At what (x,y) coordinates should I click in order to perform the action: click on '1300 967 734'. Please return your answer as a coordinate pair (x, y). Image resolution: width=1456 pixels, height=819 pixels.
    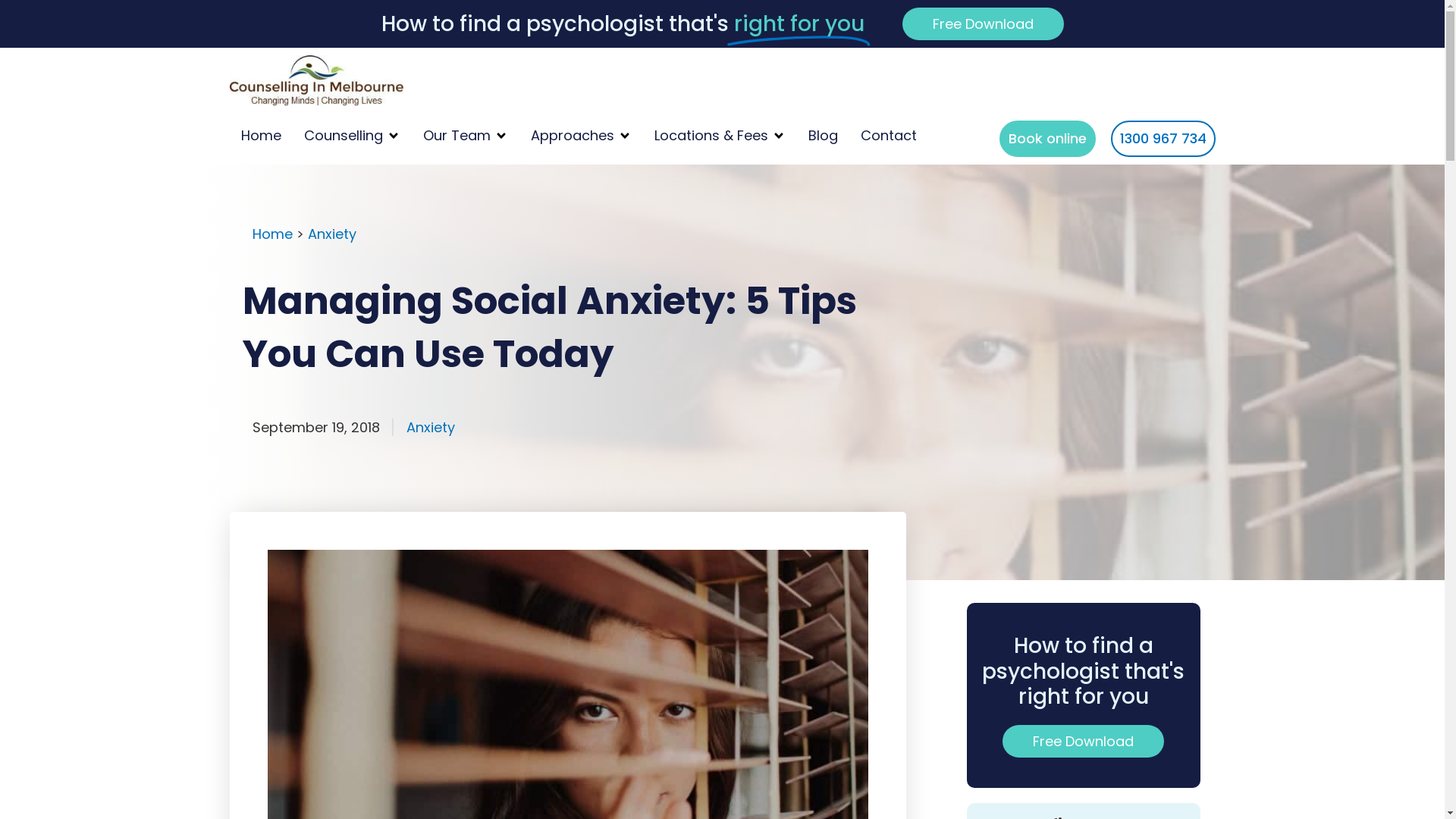
    Looking at the image, I should click on (1161, 138).